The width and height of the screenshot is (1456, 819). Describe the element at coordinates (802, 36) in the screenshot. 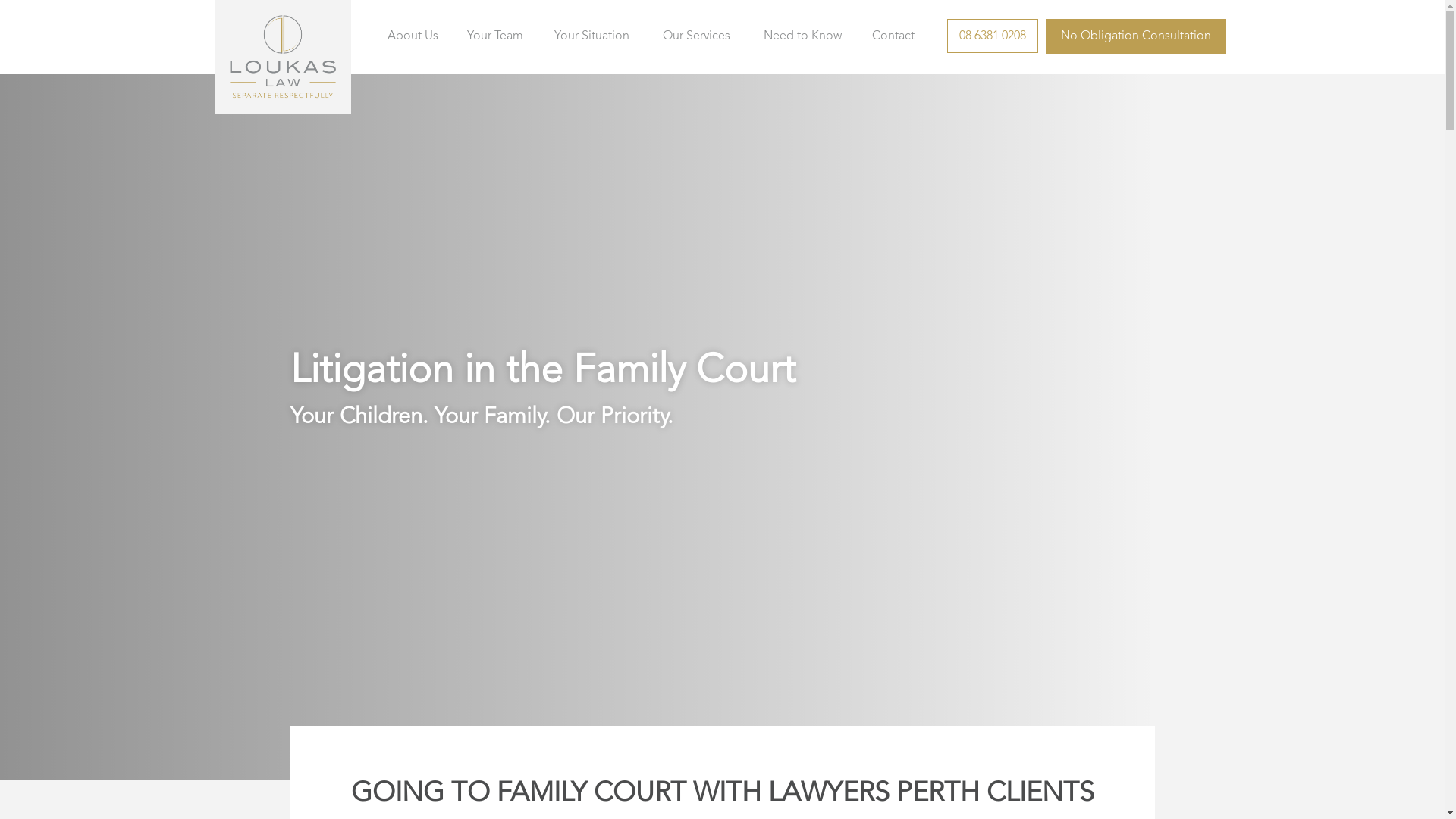

I see `'Need to Know'` at that location.